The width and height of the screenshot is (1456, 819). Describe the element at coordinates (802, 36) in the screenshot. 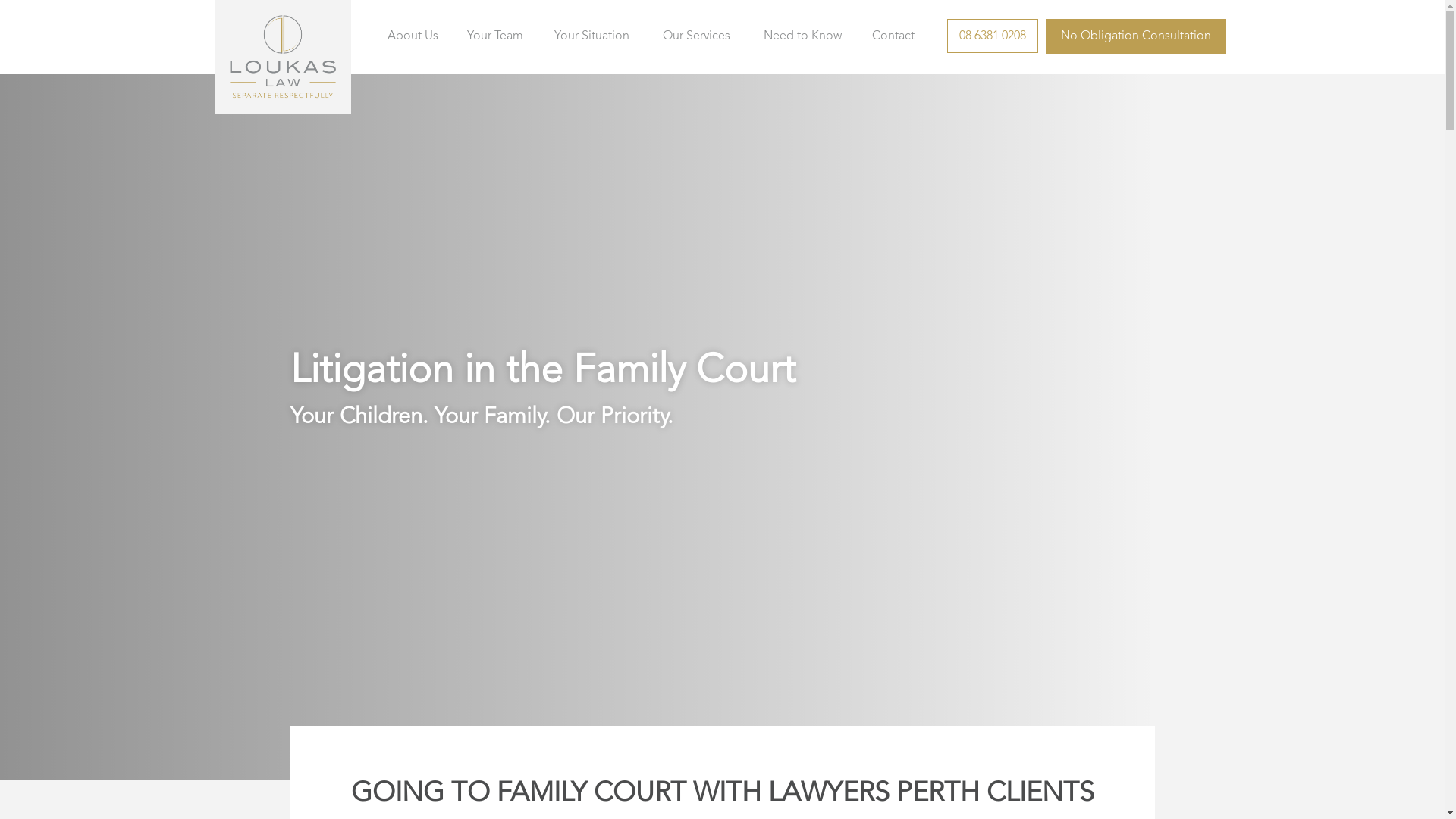

I see `'Need to Know'` at that location.